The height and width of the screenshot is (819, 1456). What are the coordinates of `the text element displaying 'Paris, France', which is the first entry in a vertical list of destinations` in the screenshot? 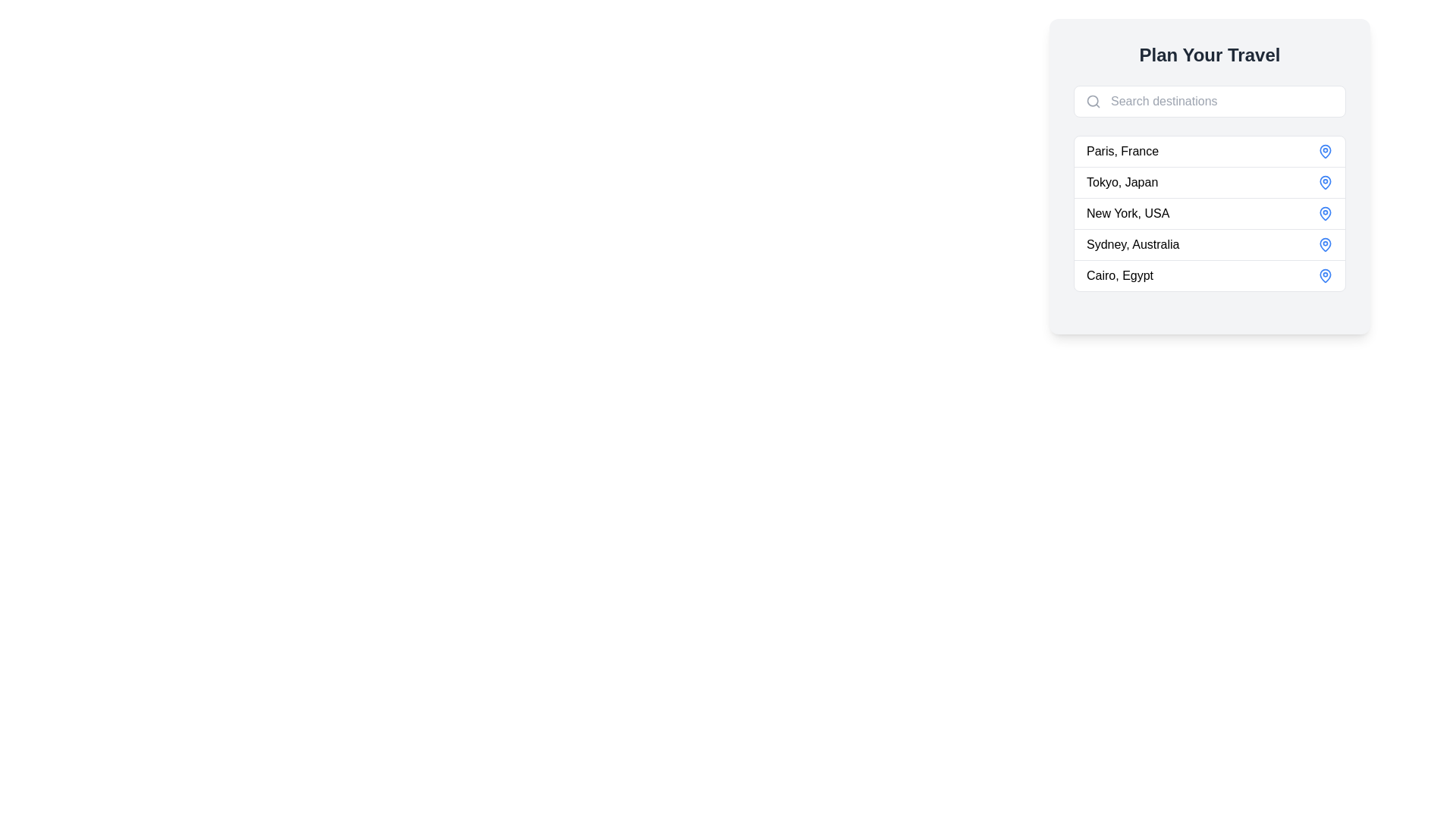 It's located at (1122, 152).